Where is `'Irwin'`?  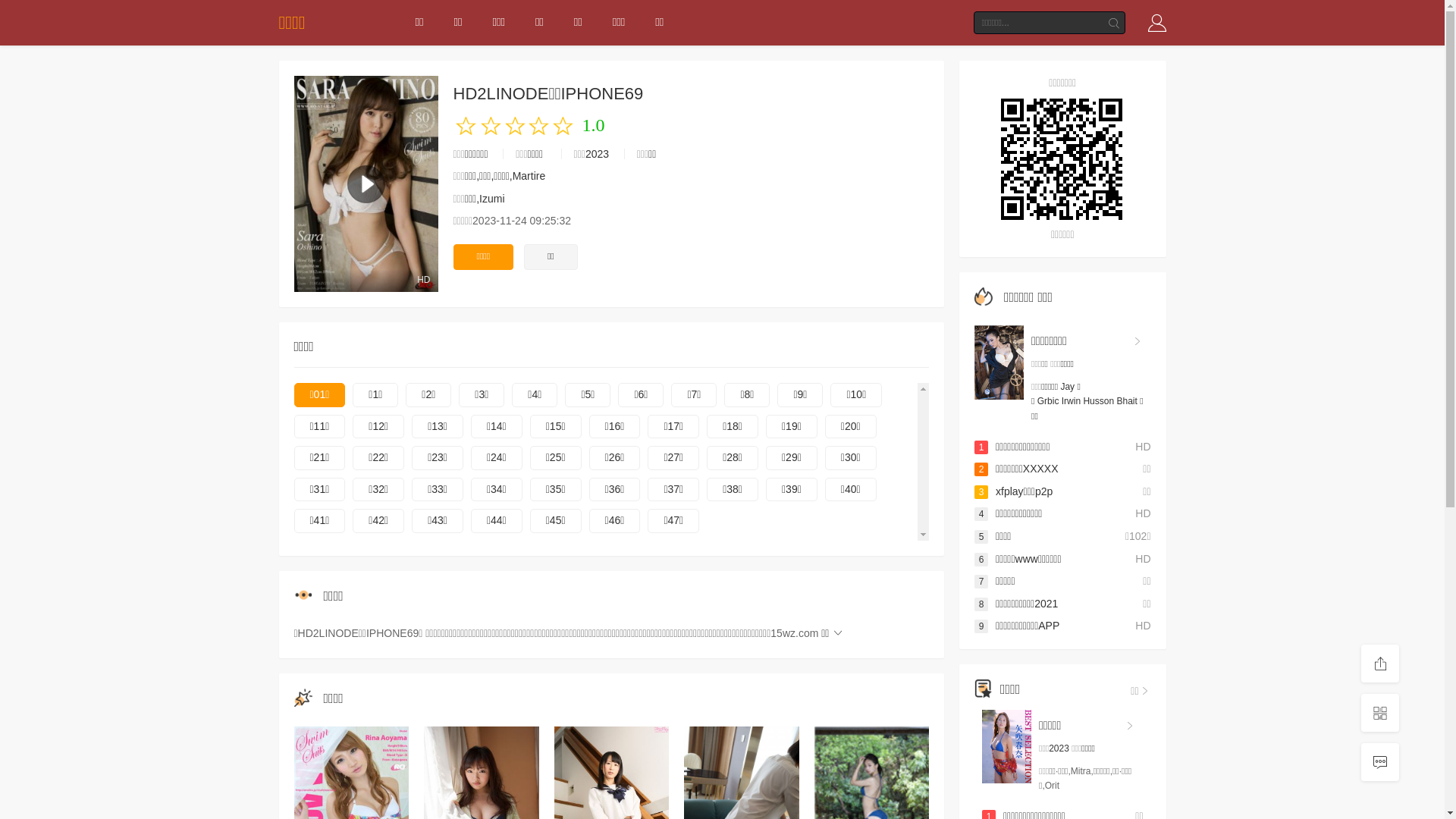 'Irwin' is located at coordinates (1070, 400).